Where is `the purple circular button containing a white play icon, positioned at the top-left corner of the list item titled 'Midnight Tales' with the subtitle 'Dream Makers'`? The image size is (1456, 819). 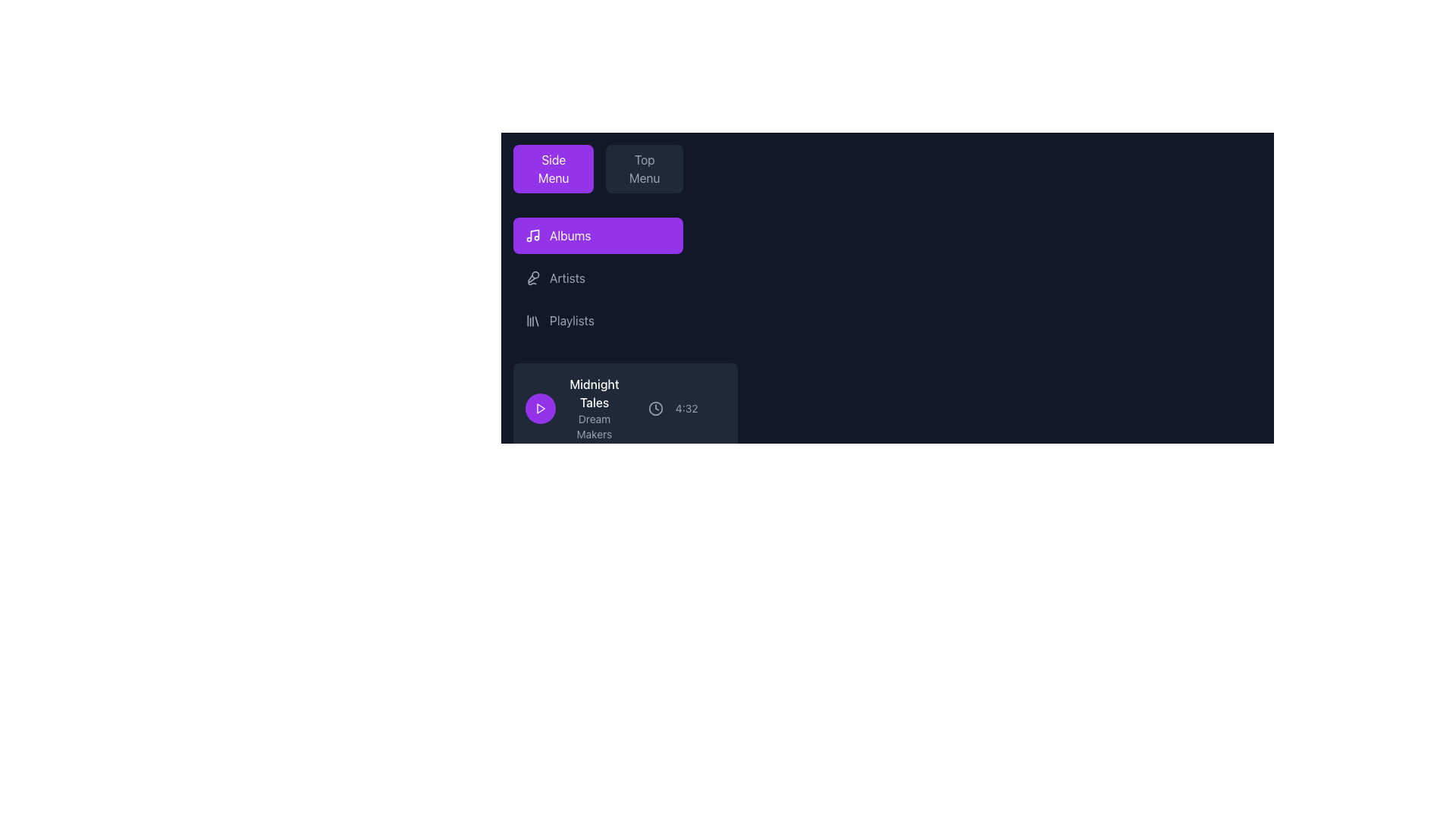 the purple circular button containing a white play icon, positioned at the top-left corner of the list item titled 'Midnight Tales' with the subtitle 'Dream Makers' is located at coordinates (541, 408).